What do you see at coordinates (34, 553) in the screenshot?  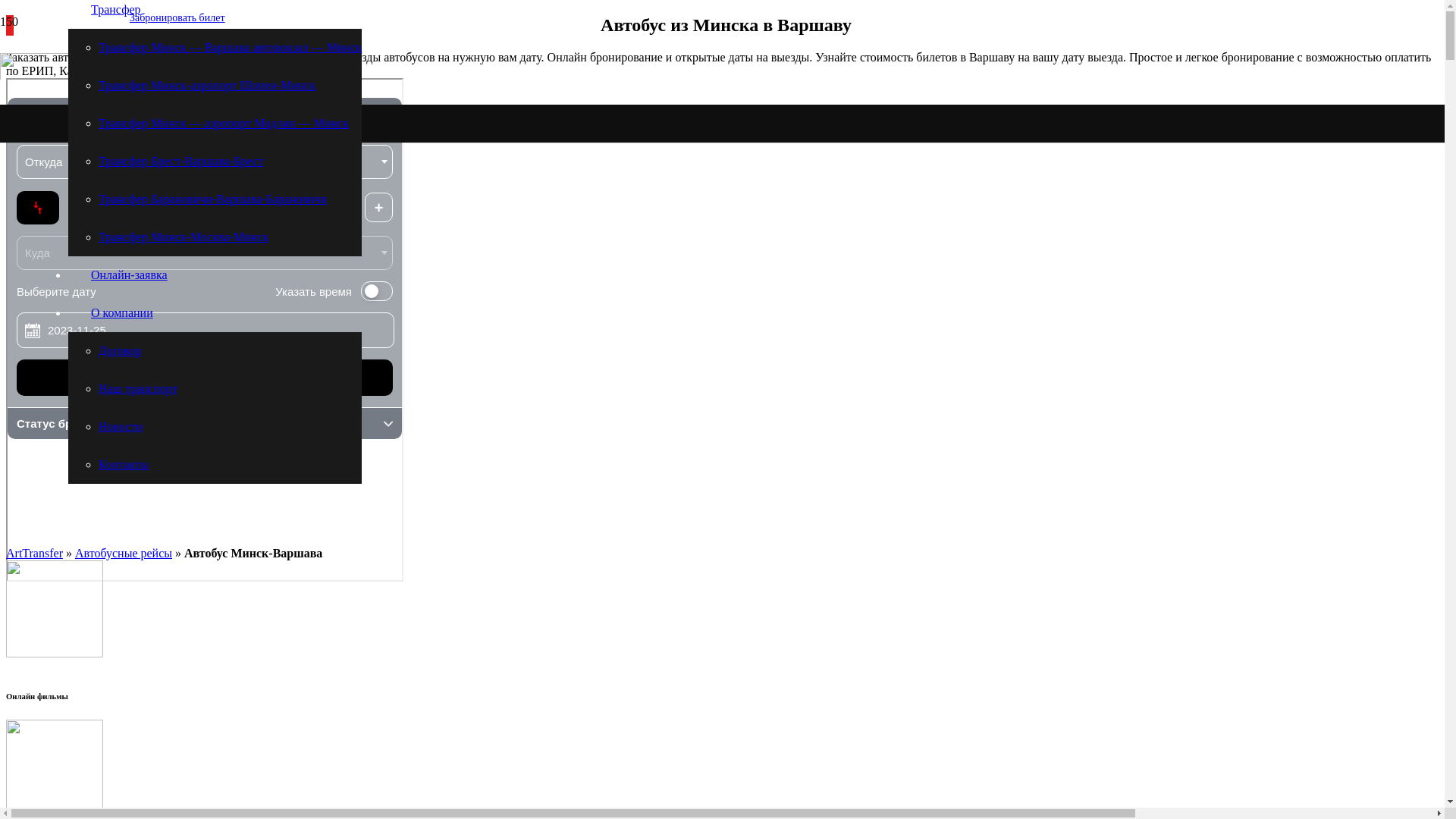 I see `'ArtTransfer'` at bounding box center [34, 553].